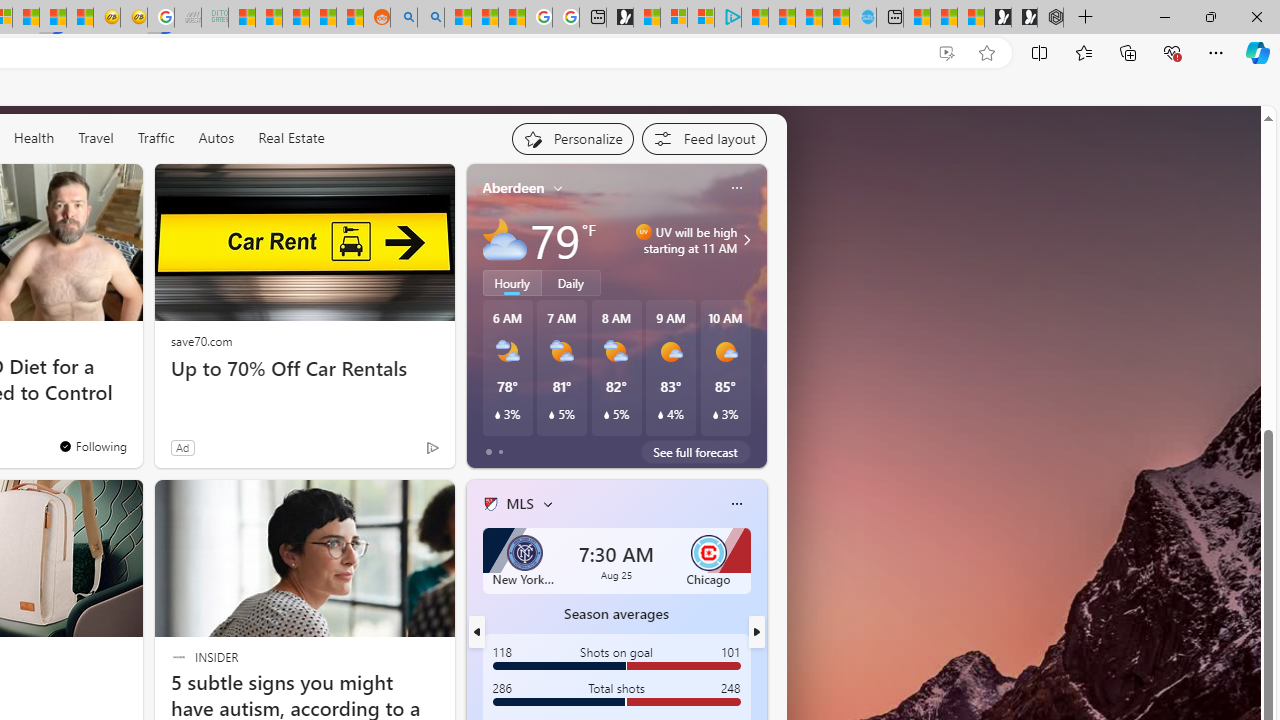 This screenshot has width=1280, height=720. What do you see at coordinates (715, 414) in the screenshot?
I see `'Class: weather-current-precipitation-glyph'` at bounding box center [715, 414].